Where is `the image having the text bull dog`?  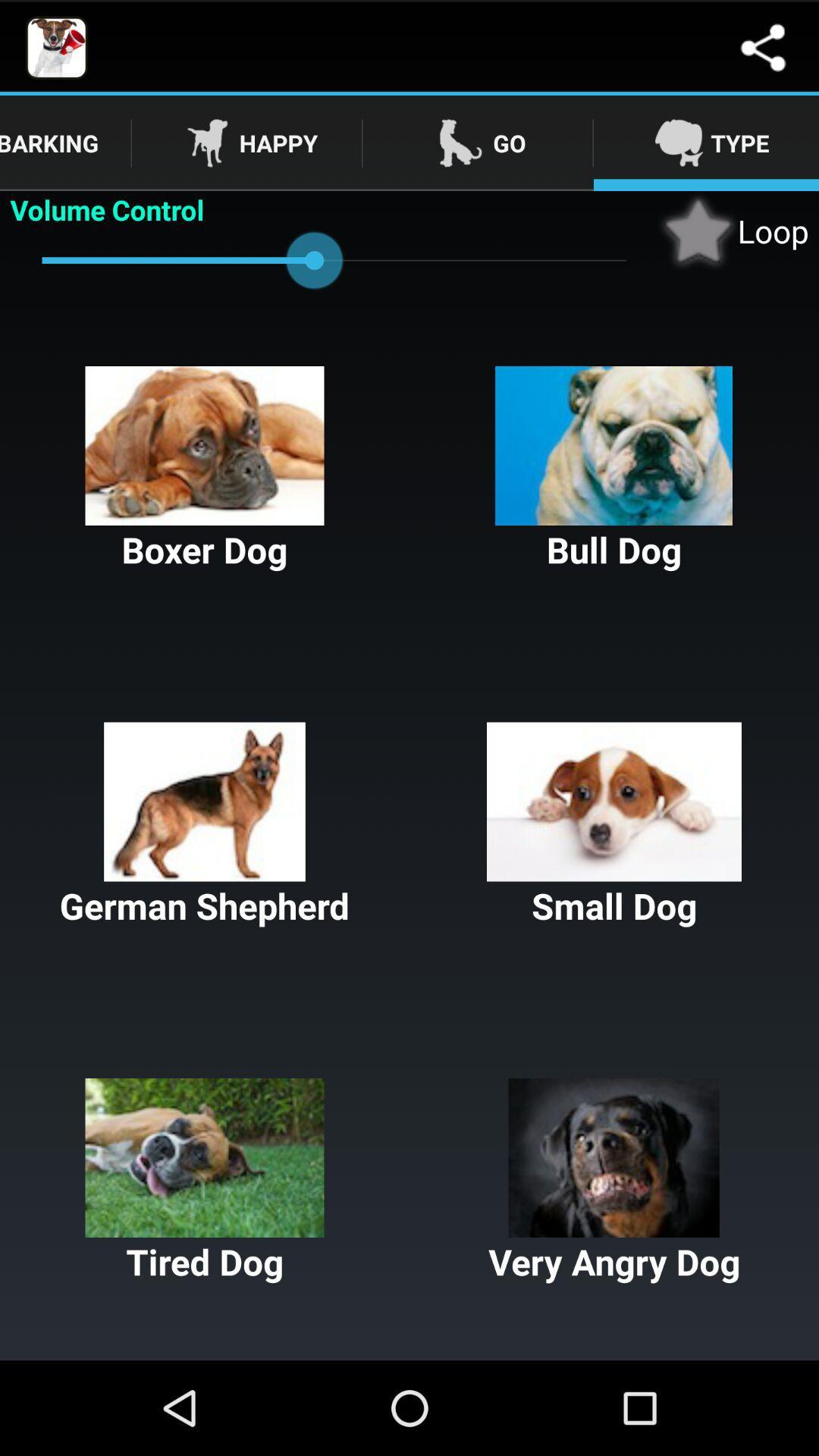 the image having the text bull dog is located at coordinates (614, 469).